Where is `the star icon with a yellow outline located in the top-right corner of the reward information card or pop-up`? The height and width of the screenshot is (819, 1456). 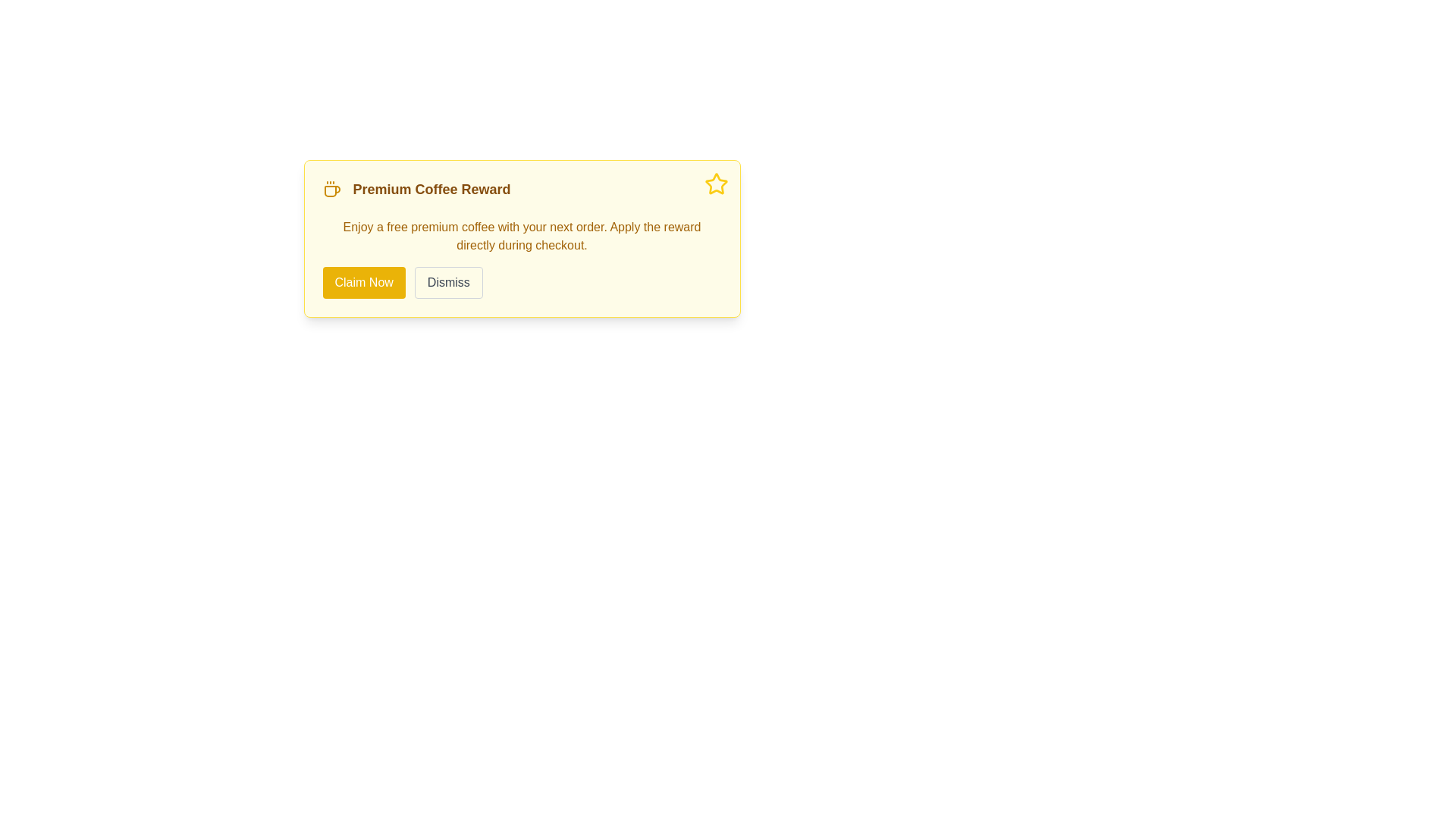 the star icon with a yellow outline located in the top-right corner of the reward information card or pop-up is located at coordinates (715, 183).